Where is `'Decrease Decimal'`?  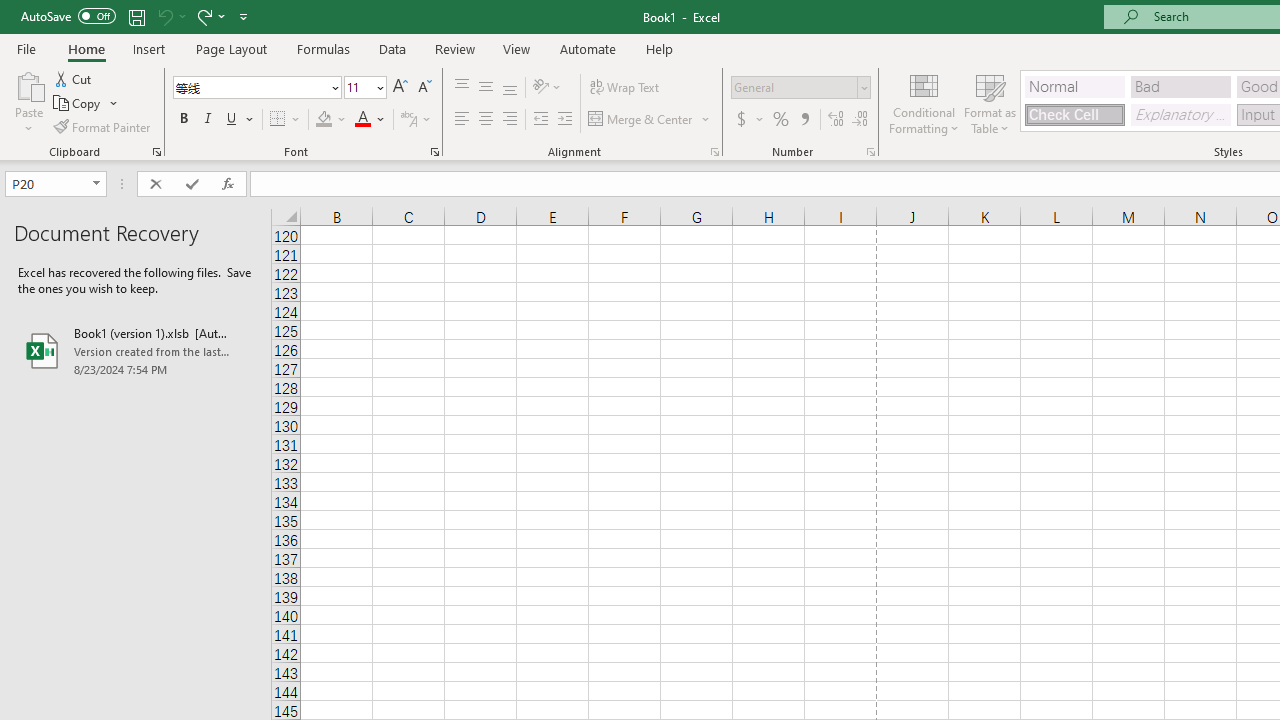
'Decrease Decimal' is located at coordinates (859, 119).